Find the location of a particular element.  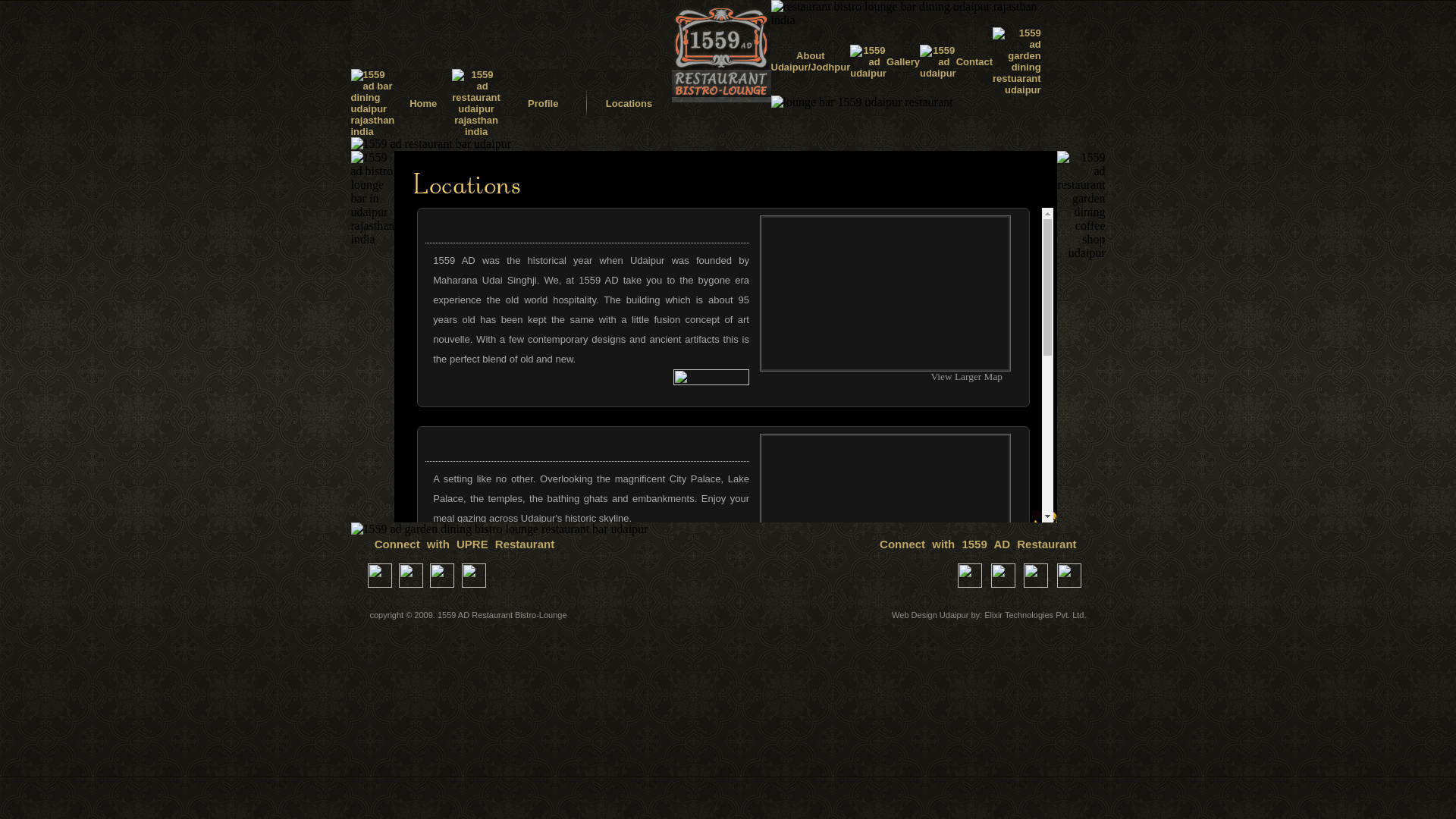

'About Udaipur/Jodhpur' is located at coordinates (770, 61).